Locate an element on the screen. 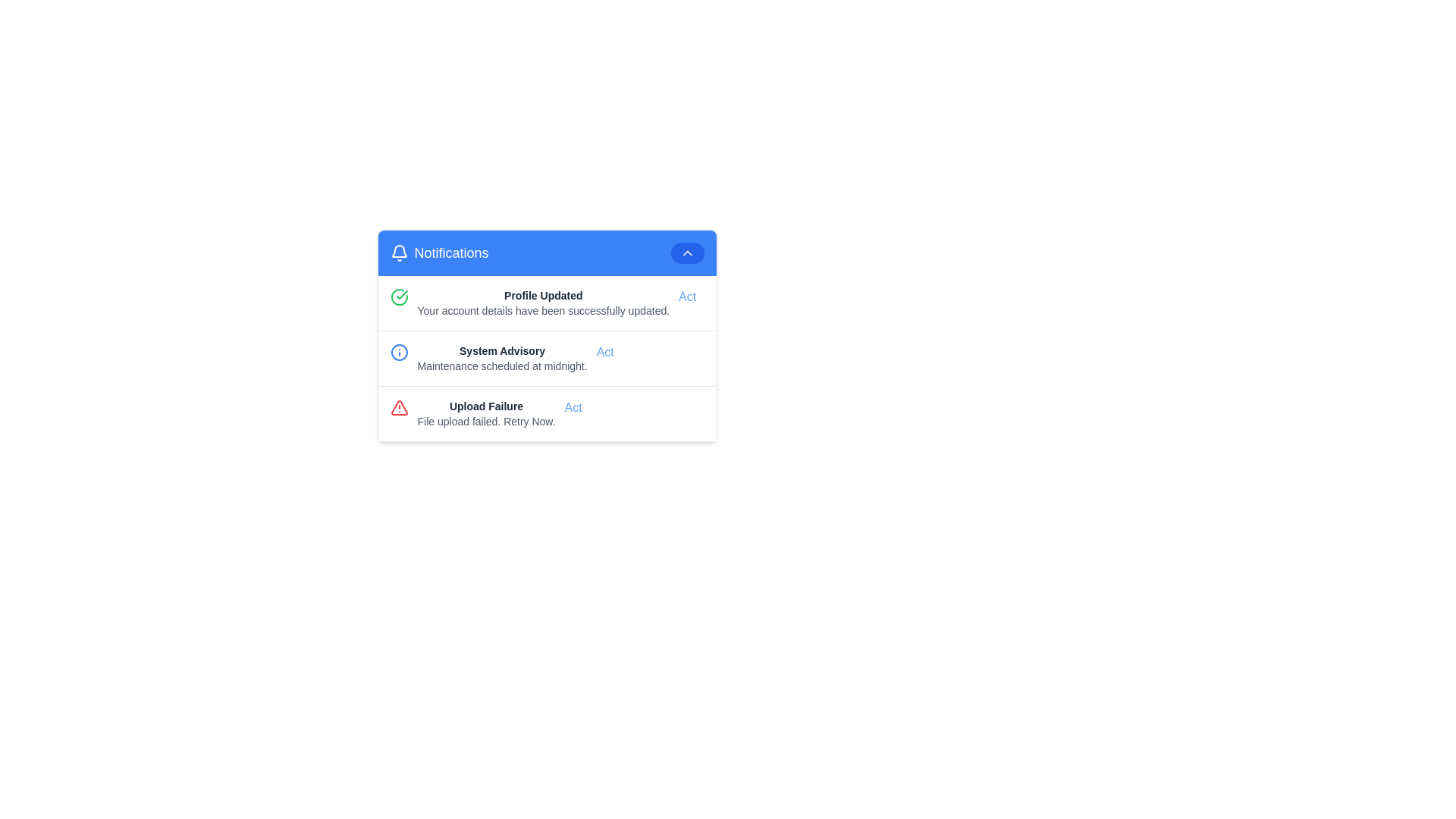 This screenshot has width=1456, height=819. the upward-pointing chevron icon in the upper-right corner of the notification box is located at coordinates (686, 253).